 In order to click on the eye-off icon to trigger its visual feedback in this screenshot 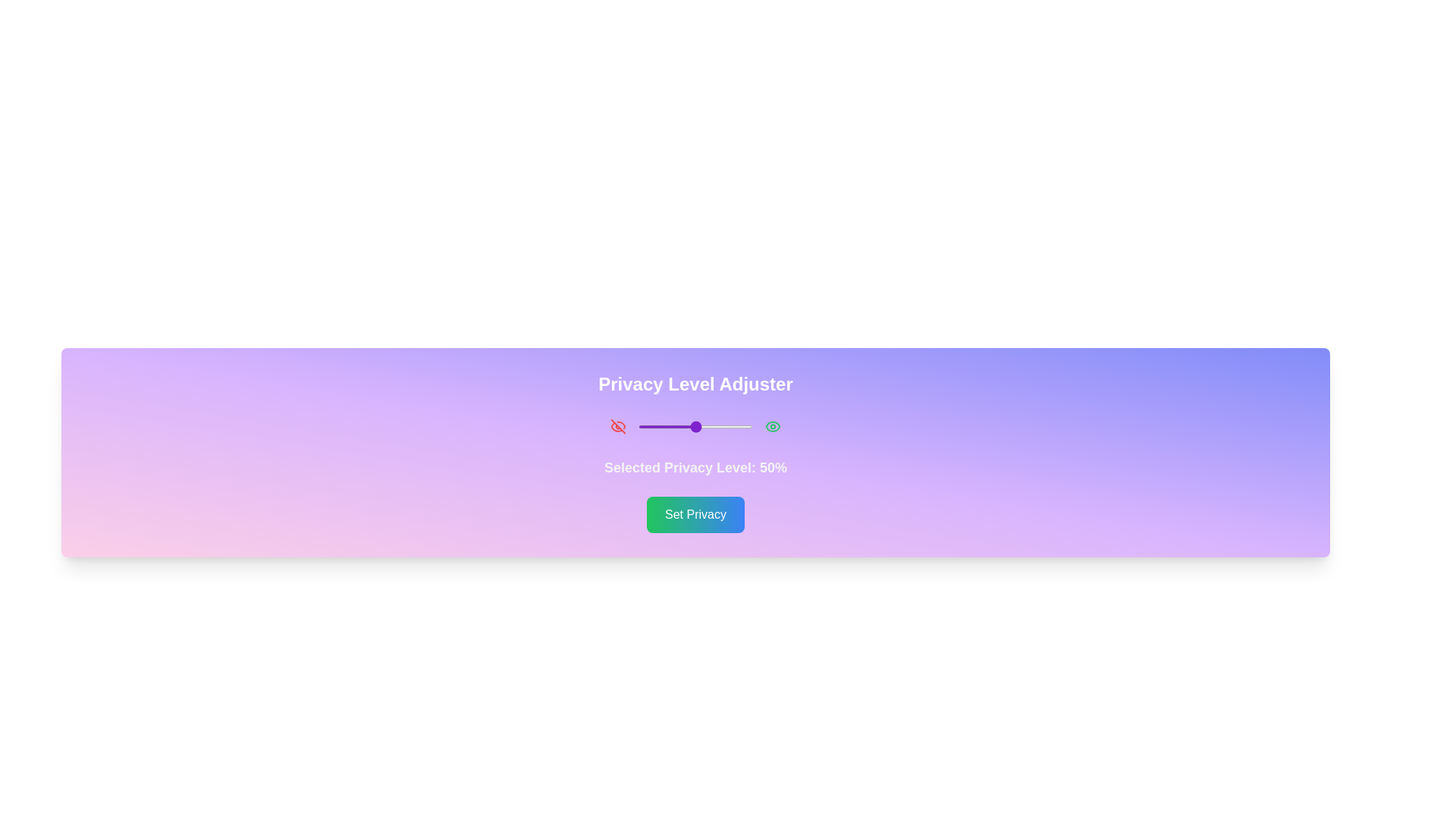, I will do `click(618, 427)`.